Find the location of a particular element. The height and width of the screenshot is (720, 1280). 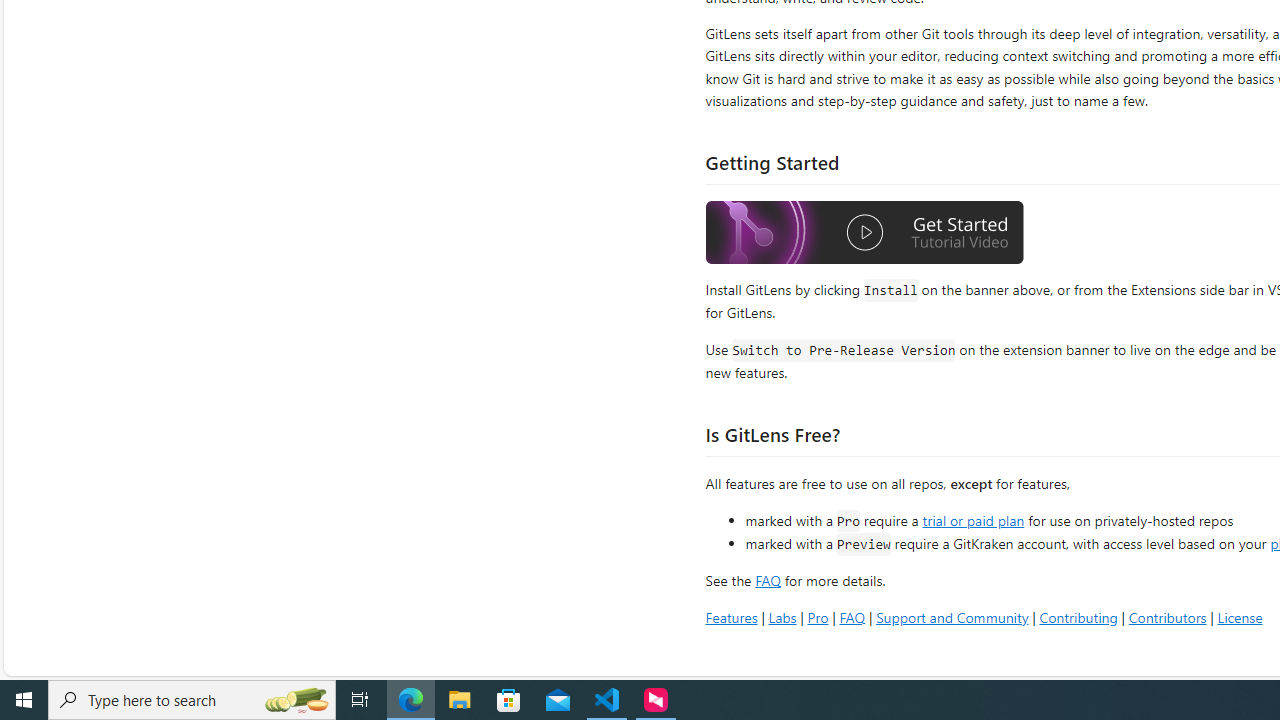

'Watch the GitLens Getting Started video' is located at coordinates (865, 232).